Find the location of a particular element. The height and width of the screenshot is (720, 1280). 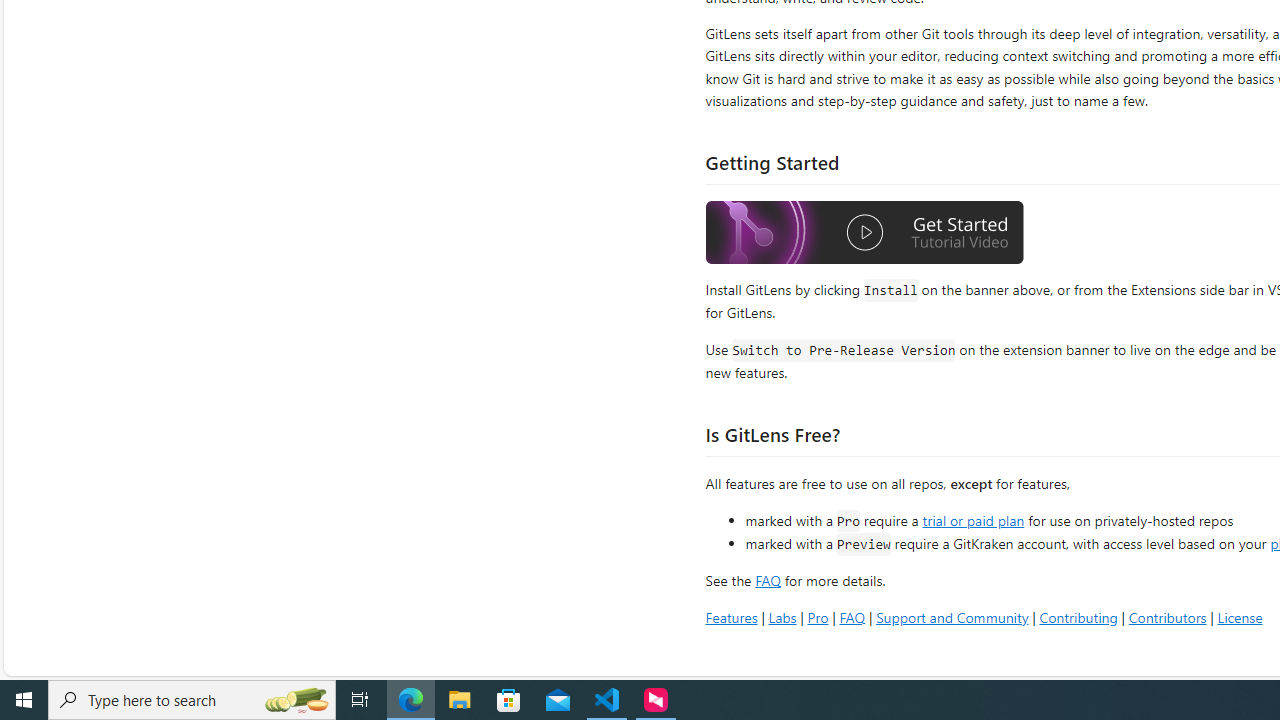

'Watch the GitLens Getting Started video' is located at coordinates (865, 232).